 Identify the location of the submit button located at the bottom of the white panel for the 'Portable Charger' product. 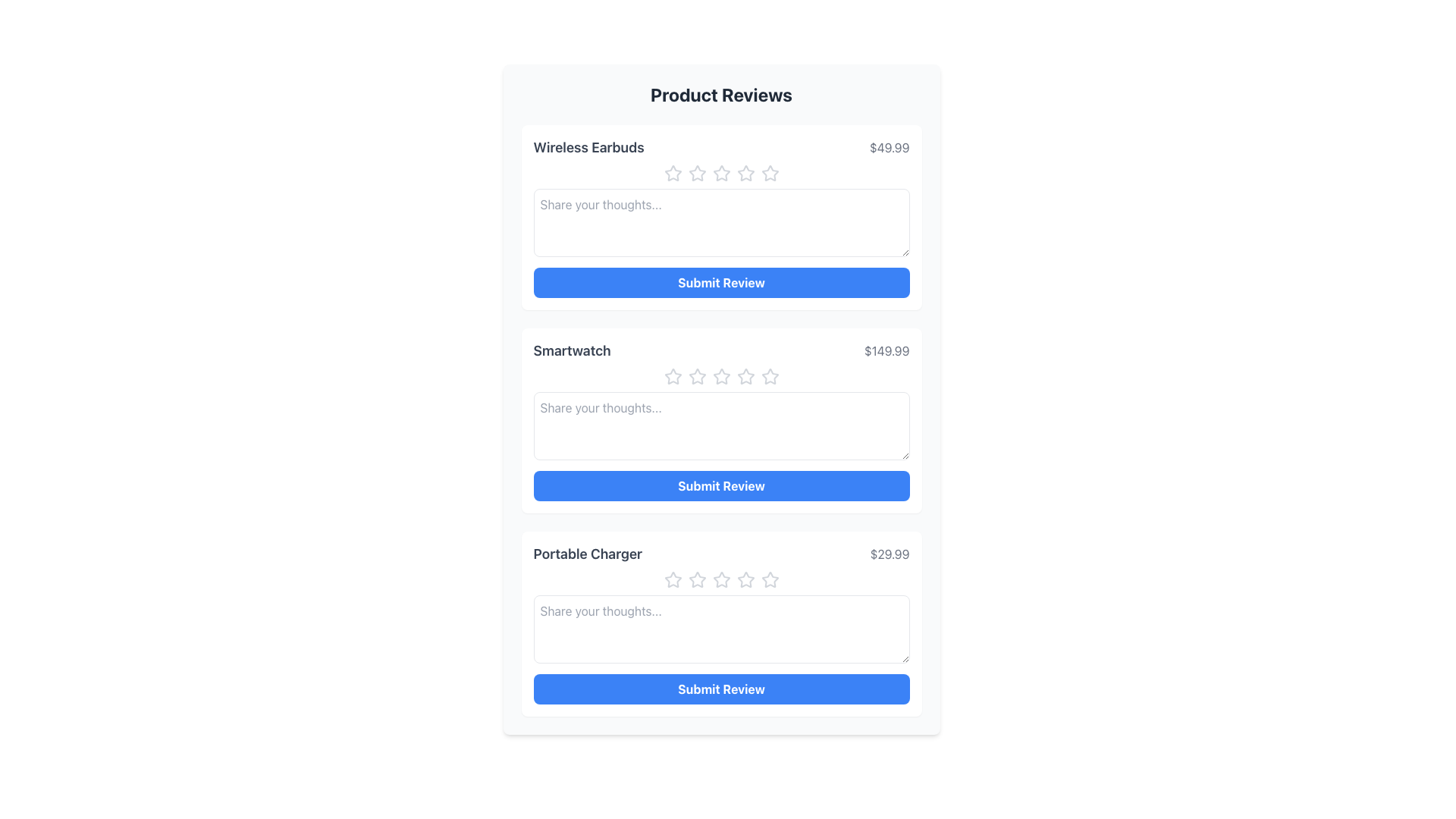
(720, 689).